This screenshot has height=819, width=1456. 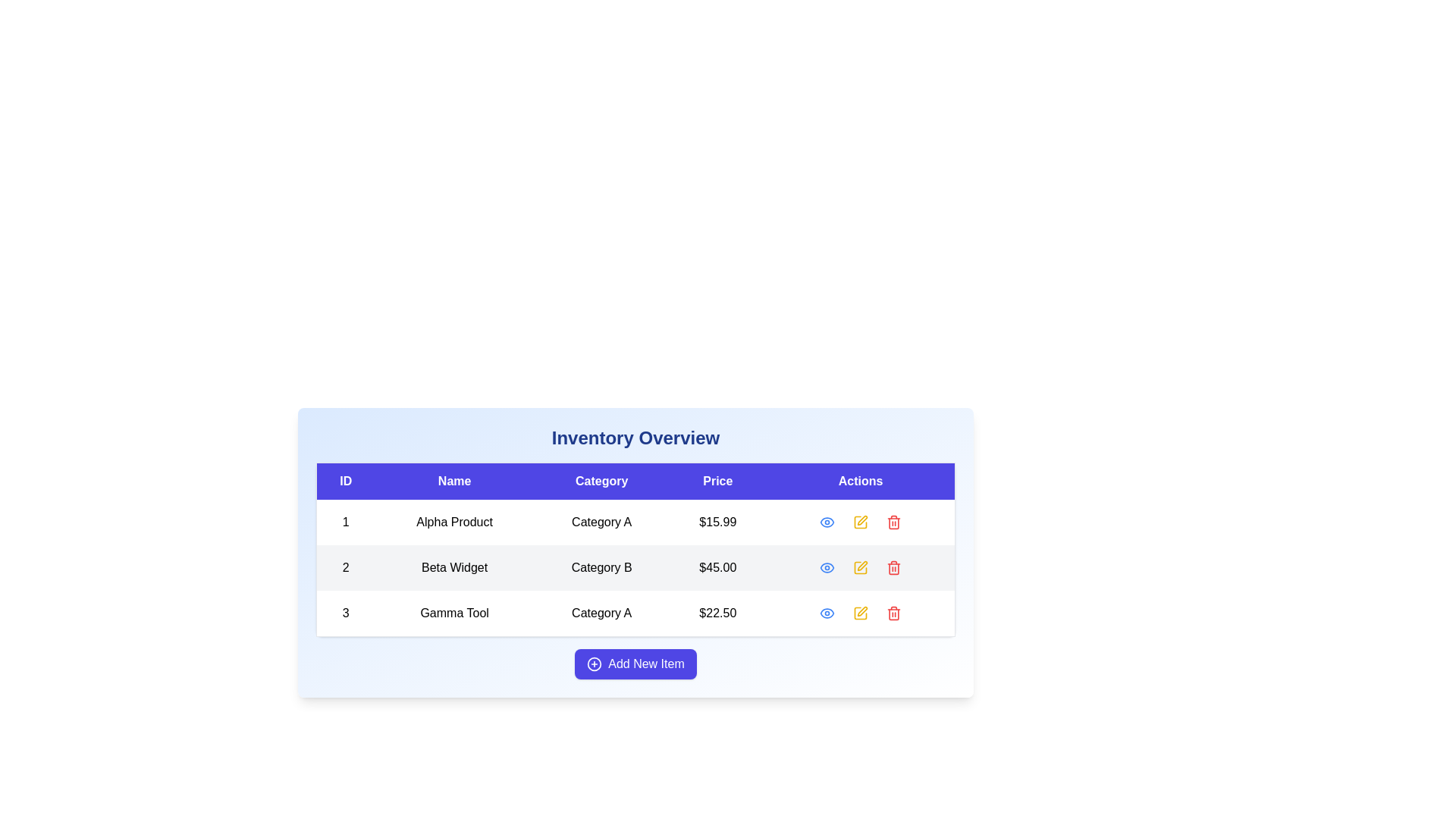 What do you see at coordinates (601, 481) in the screenshot?
I see `the 'Category' column header label in the table, which is the third header in the purple header bar, following 'ID' and 'Name'` at bounding box center [601, 481].